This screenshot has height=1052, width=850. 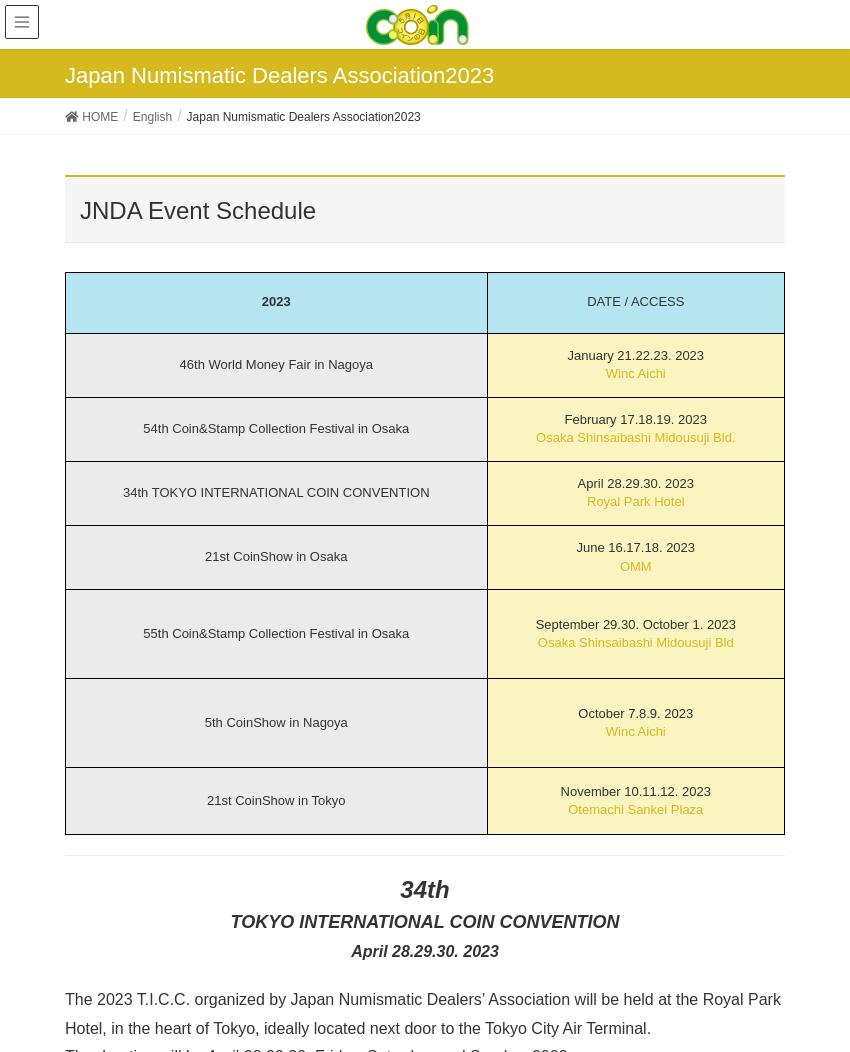 I want to click on 'June 16.17.18. 2023', so click(x=634, y=547).